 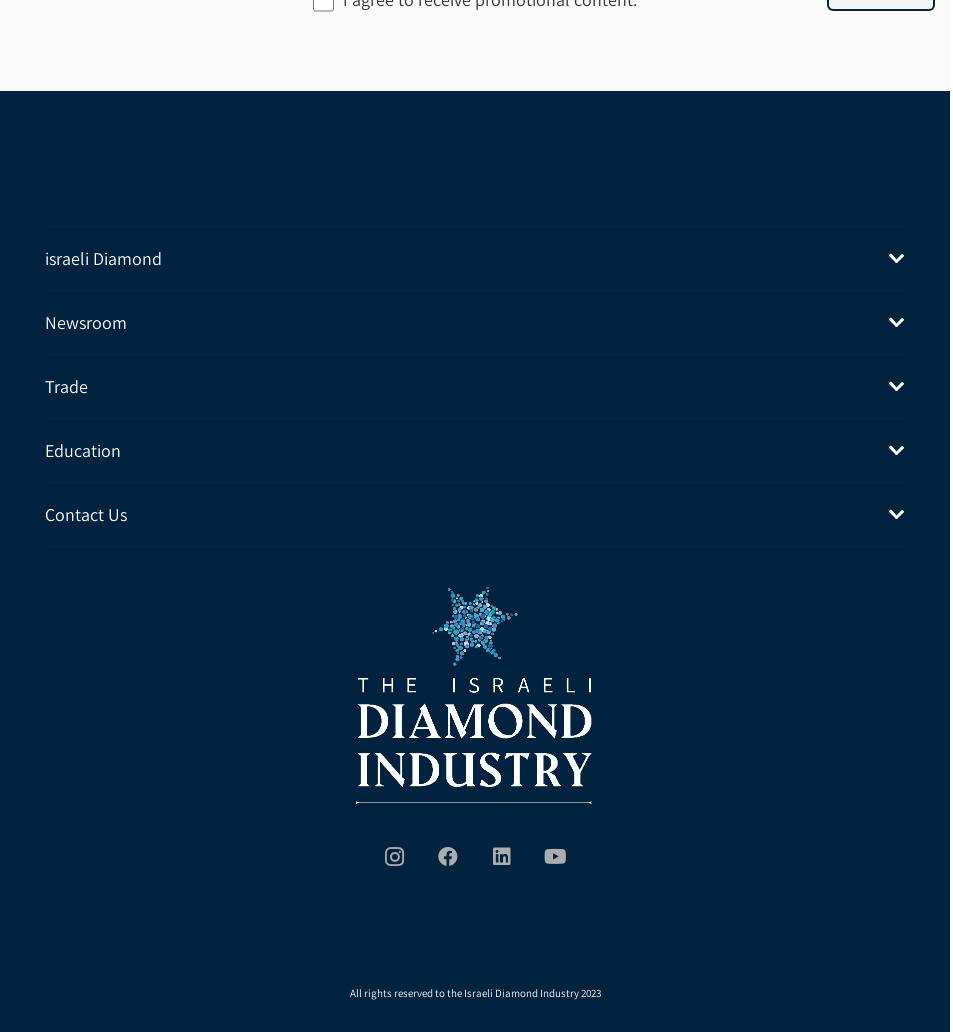 What do you see at coordinates (473, 990) in the screenshot?
I see `'All rights reserved to the Israeli Diamond Industry 2023'` at bounding box center [473, 990].